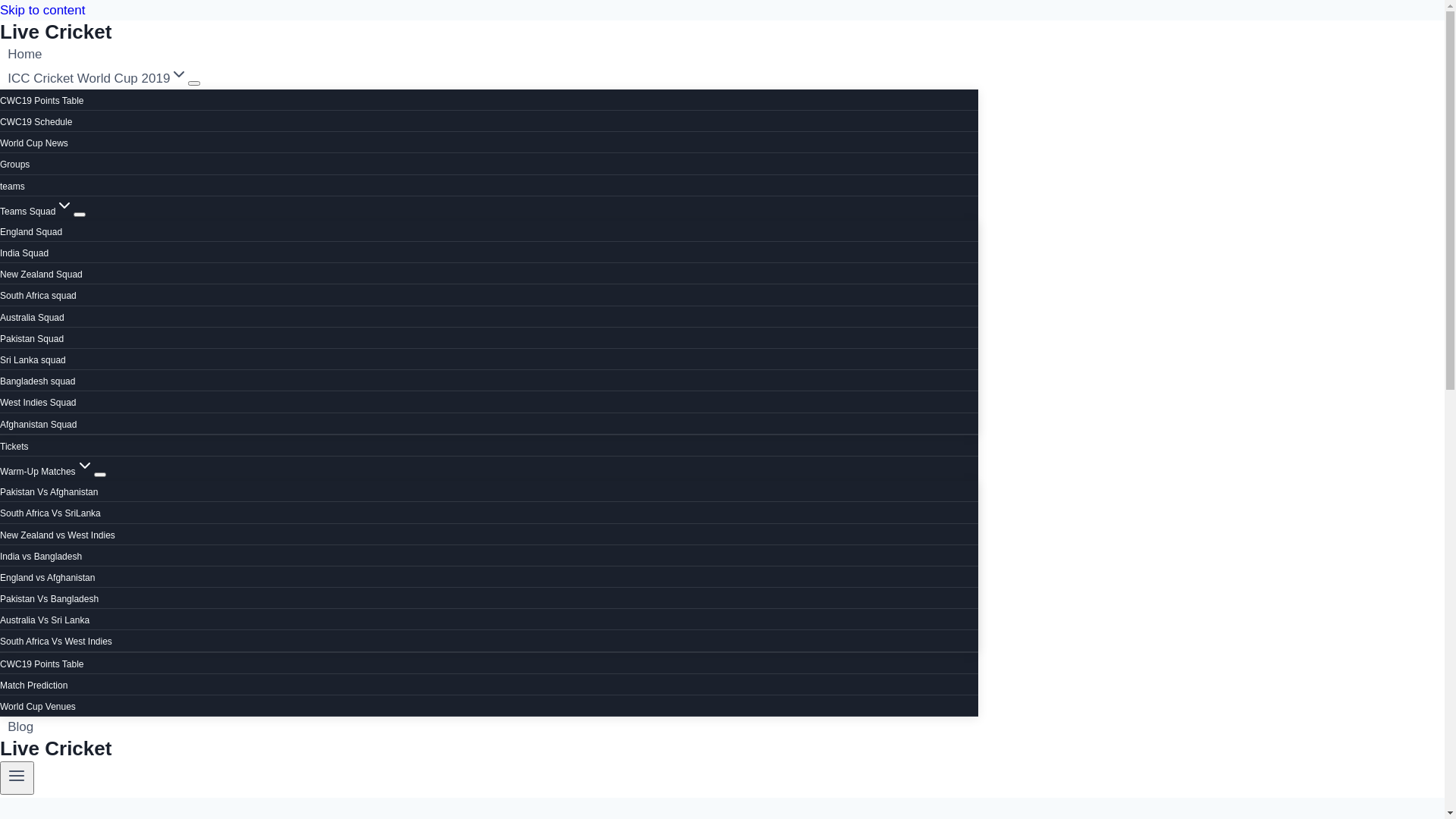 The height and width of the screenshot is (819, 1456). I want to click on 'Pakistan Vs Afghanistan', so click(49, 491).